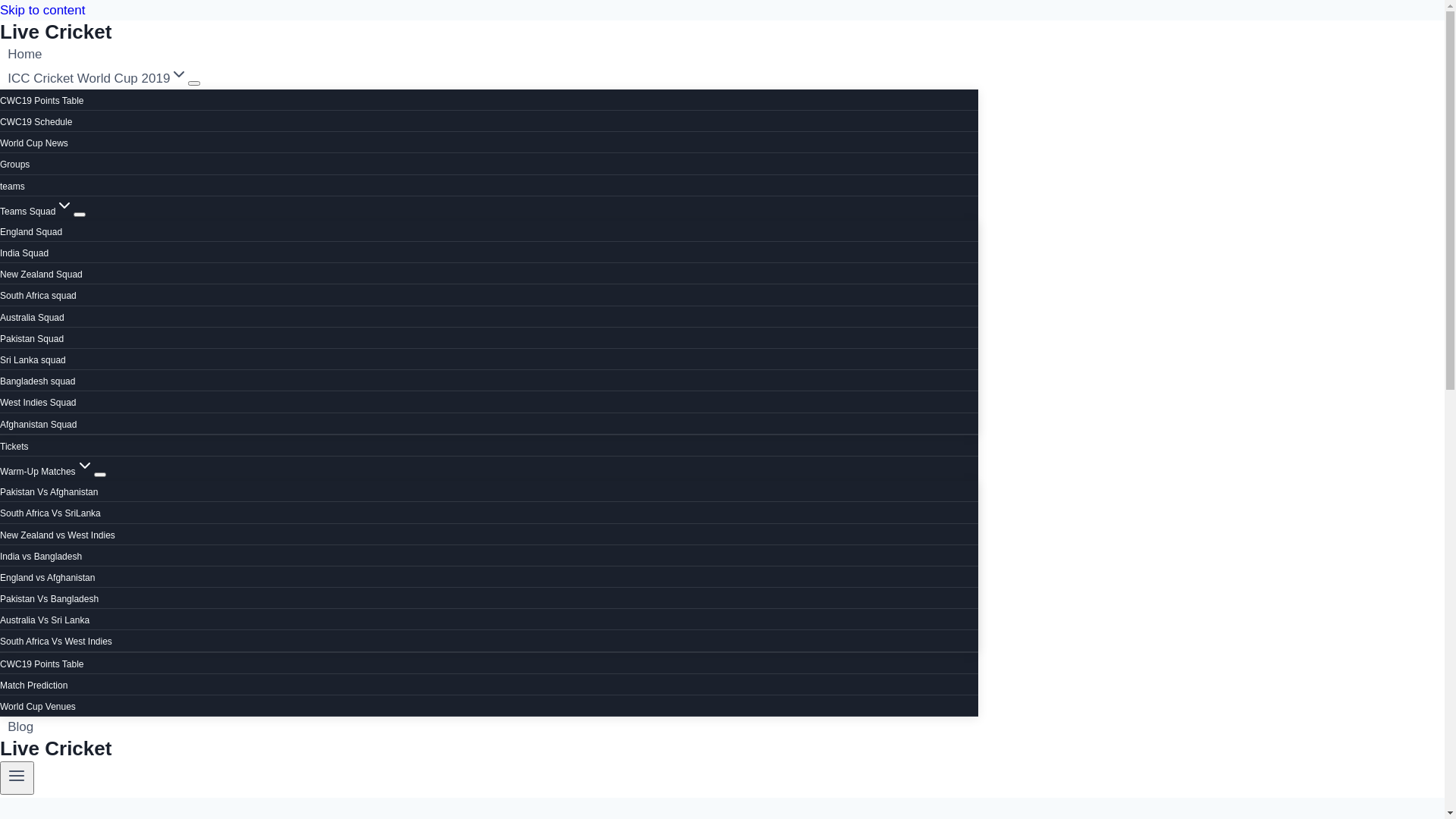 The height and width of the screenshot is (819, 1456). I want to click on 'Pakistan Vs Afghanistan', so click(49, 491).